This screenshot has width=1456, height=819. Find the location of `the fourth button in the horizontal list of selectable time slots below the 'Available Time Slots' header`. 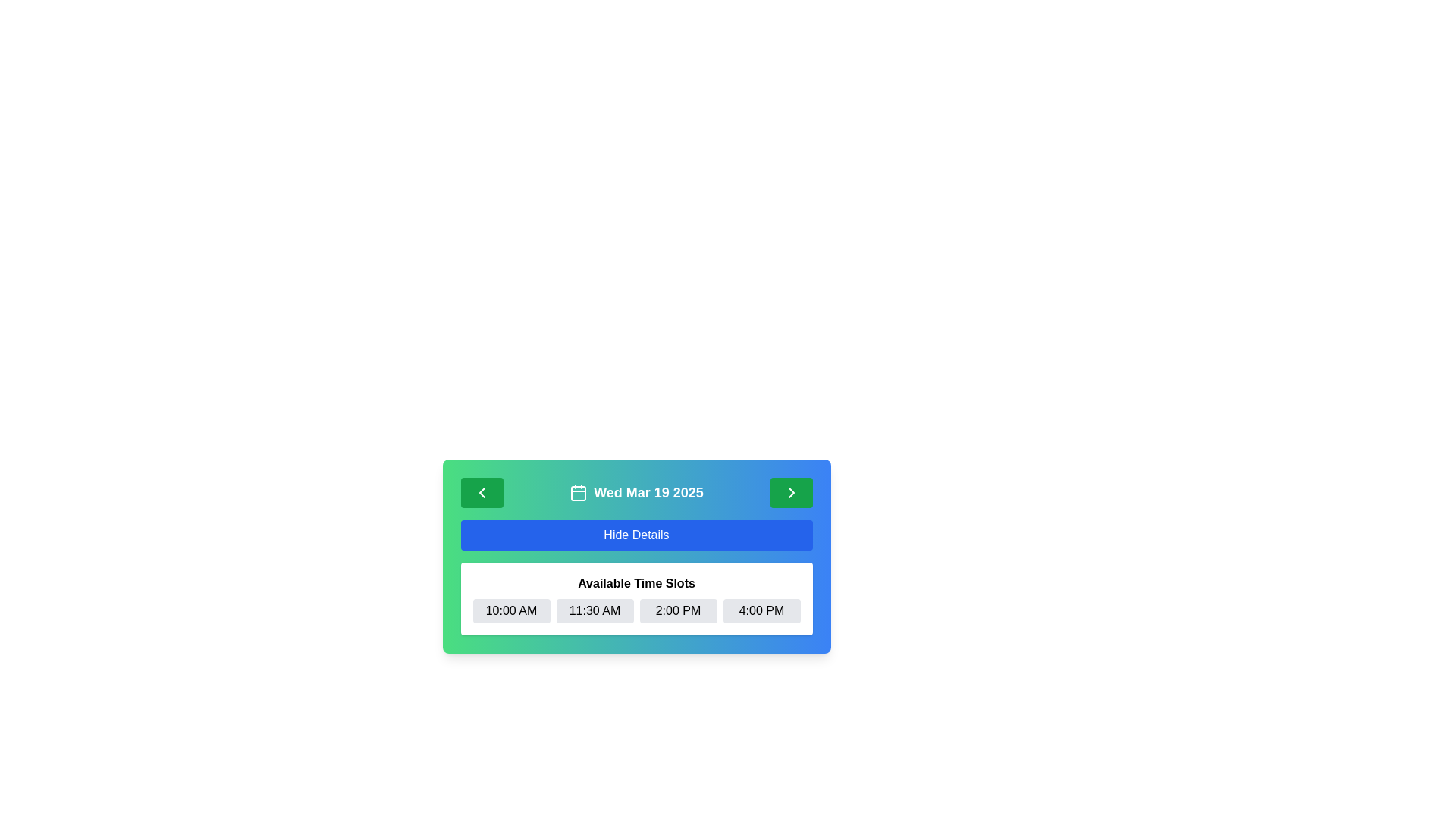

the fourth button in the horizontal list of selectable time slots below the 'Available Time Slots' header is located at coordinates (761, 610).